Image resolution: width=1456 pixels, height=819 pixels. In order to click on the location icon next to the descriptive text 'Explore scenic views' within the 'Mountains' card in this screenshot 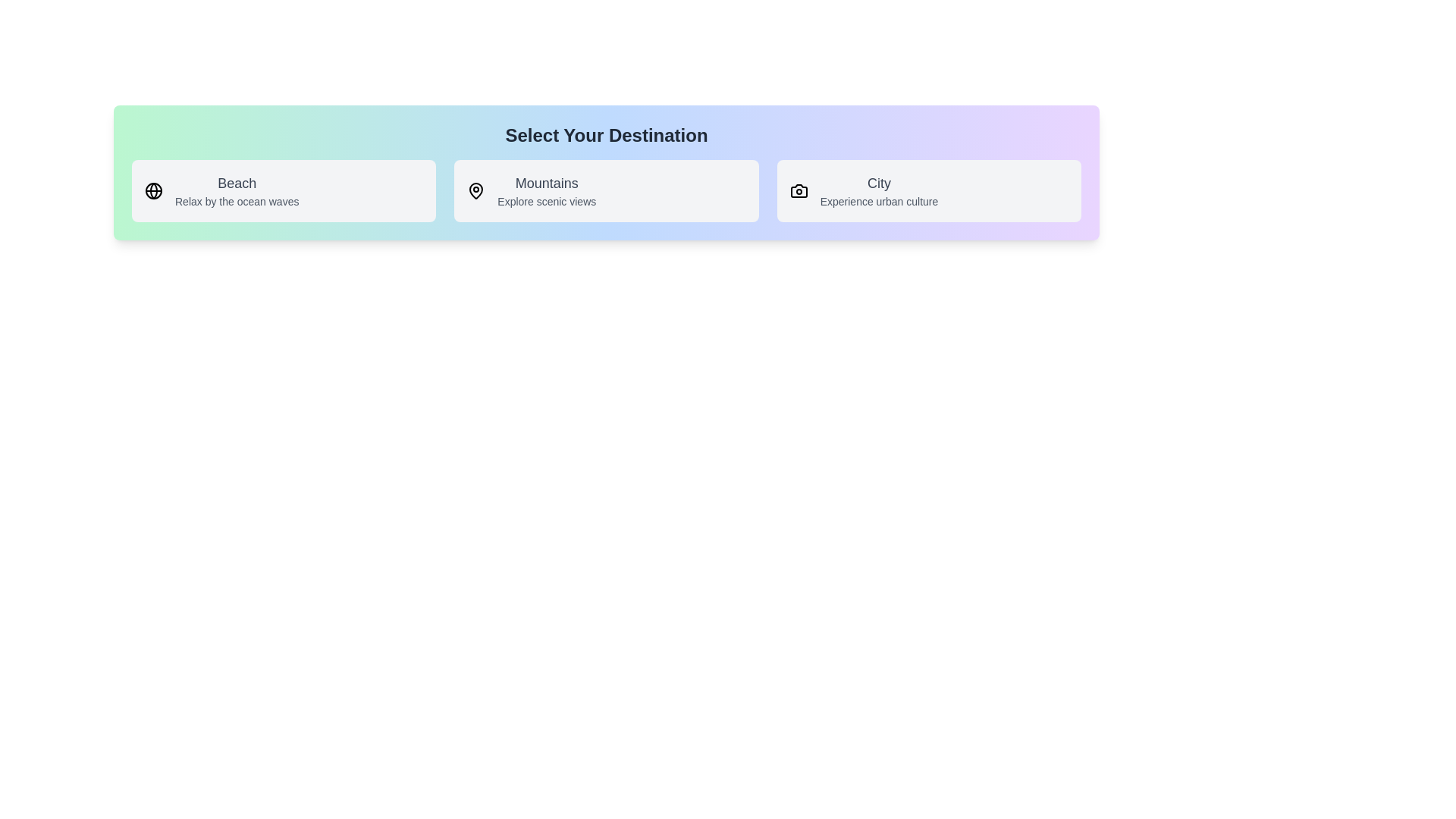, I will do `click(475, 190)`.